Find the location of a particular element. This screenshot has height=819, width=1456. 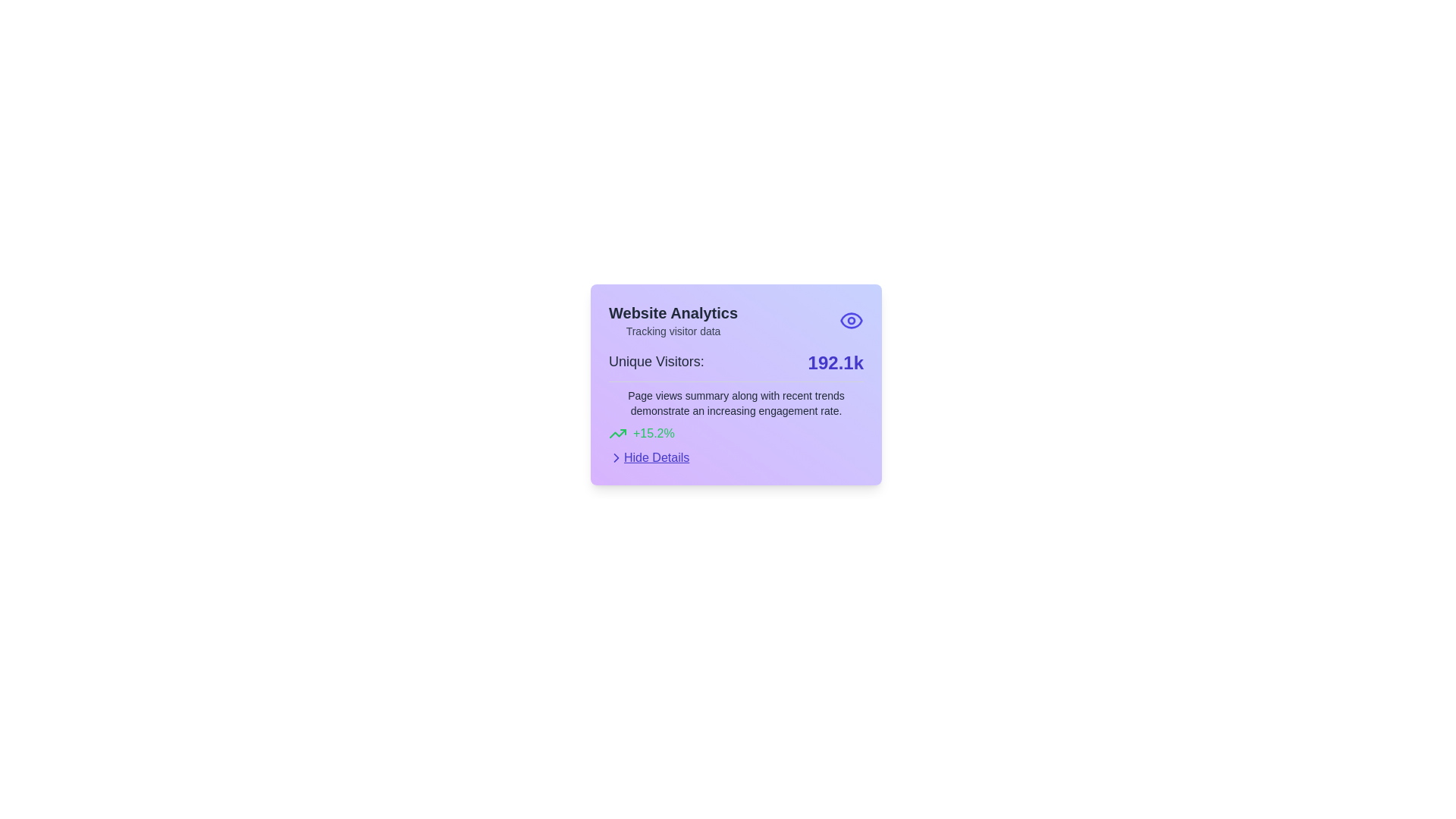

the chevron icon indicating navigational direction associated with the 'Hide Details' text link is located at coordinates (616, 457).